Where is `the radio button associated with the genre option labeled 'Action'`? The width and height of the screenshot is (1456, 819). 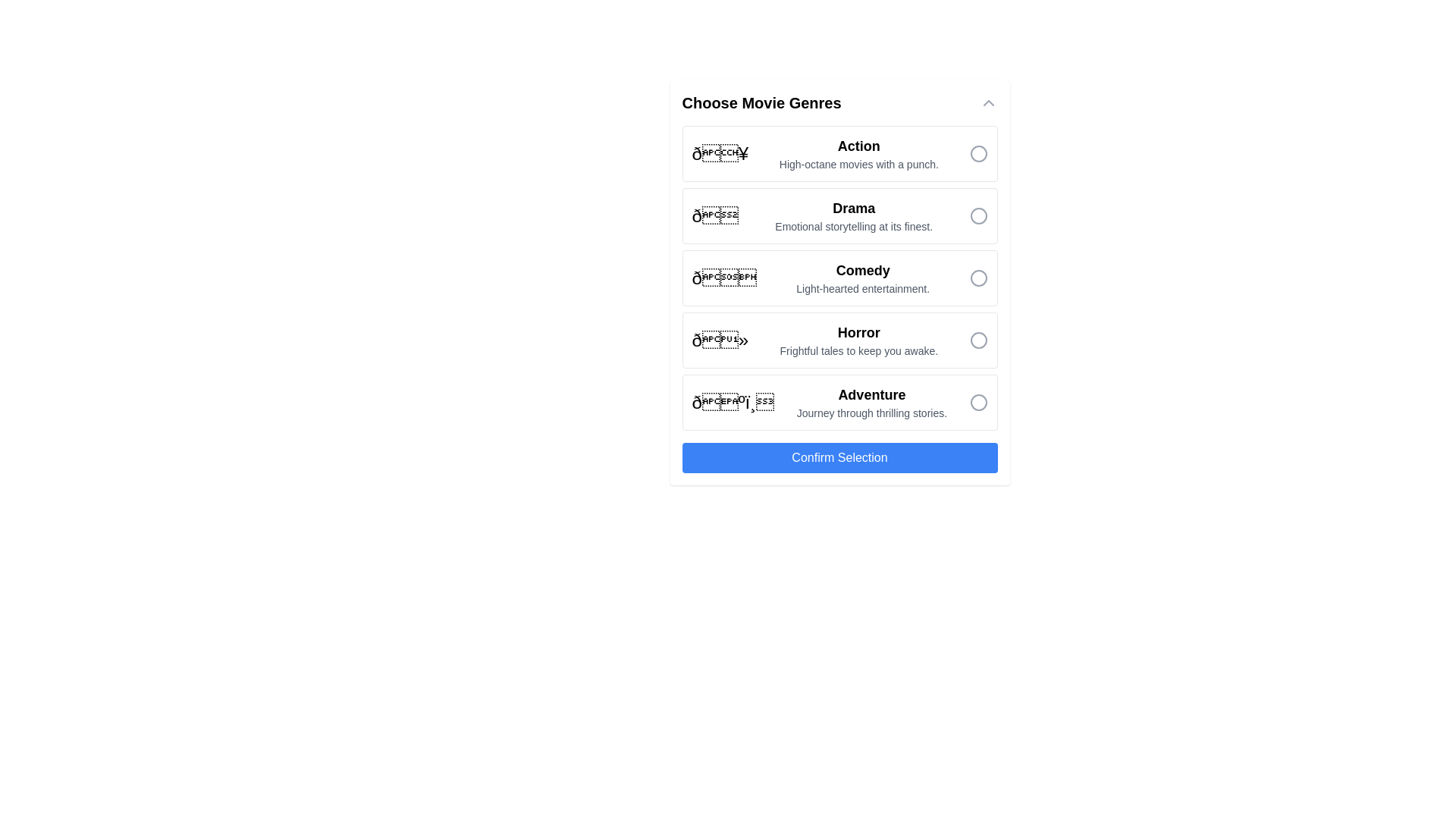 the radio button associated with the genre option labeled 'Action' is located at coordinates (978, 154).